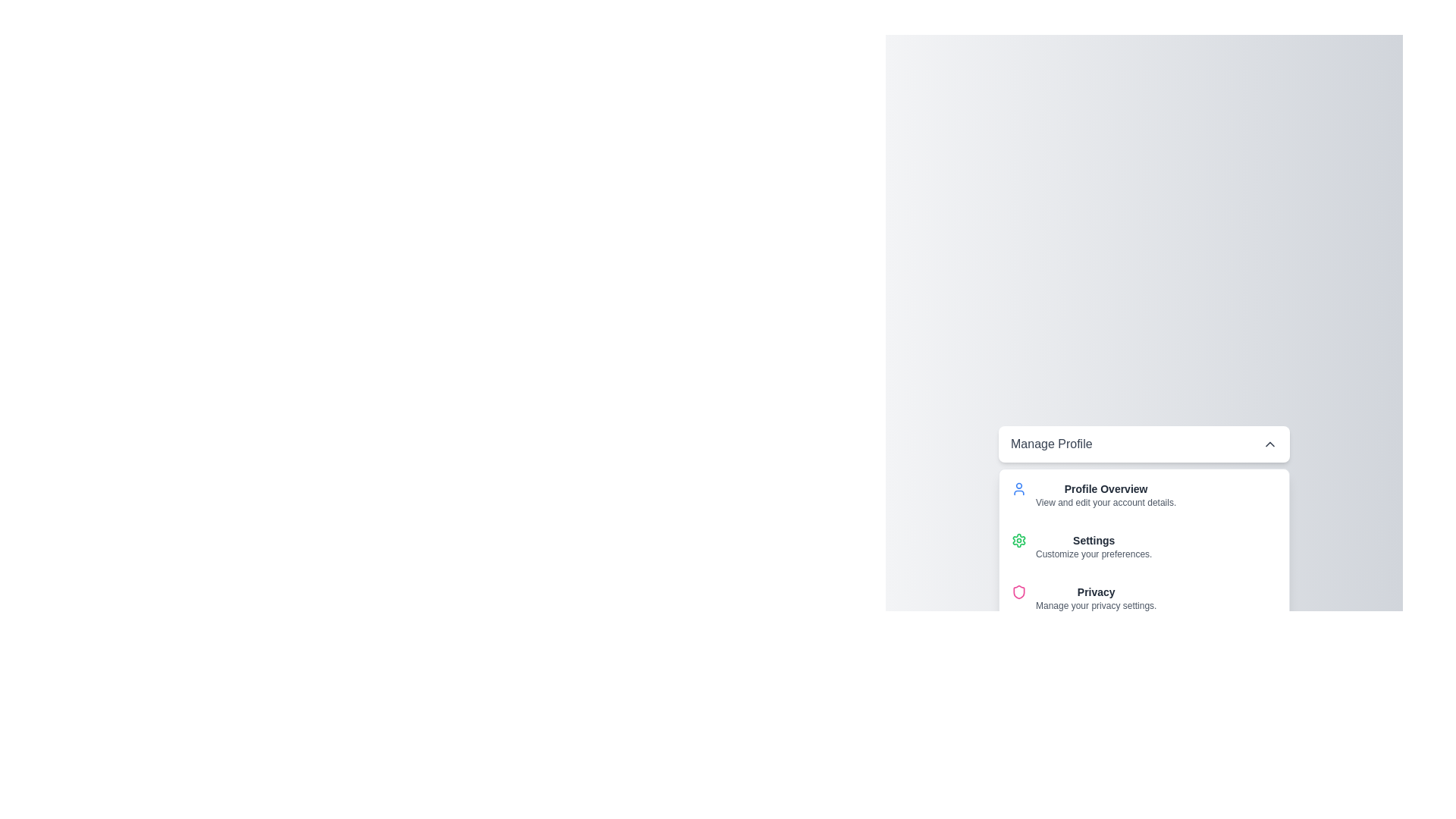 The image size is (1456, 819). What do you see at coordinates (1144, 547) in the screenshot?
I see `the 'Settings' navigational list item, which includes a bold heading and an icon to the left` at bounding box center [1144, 547].